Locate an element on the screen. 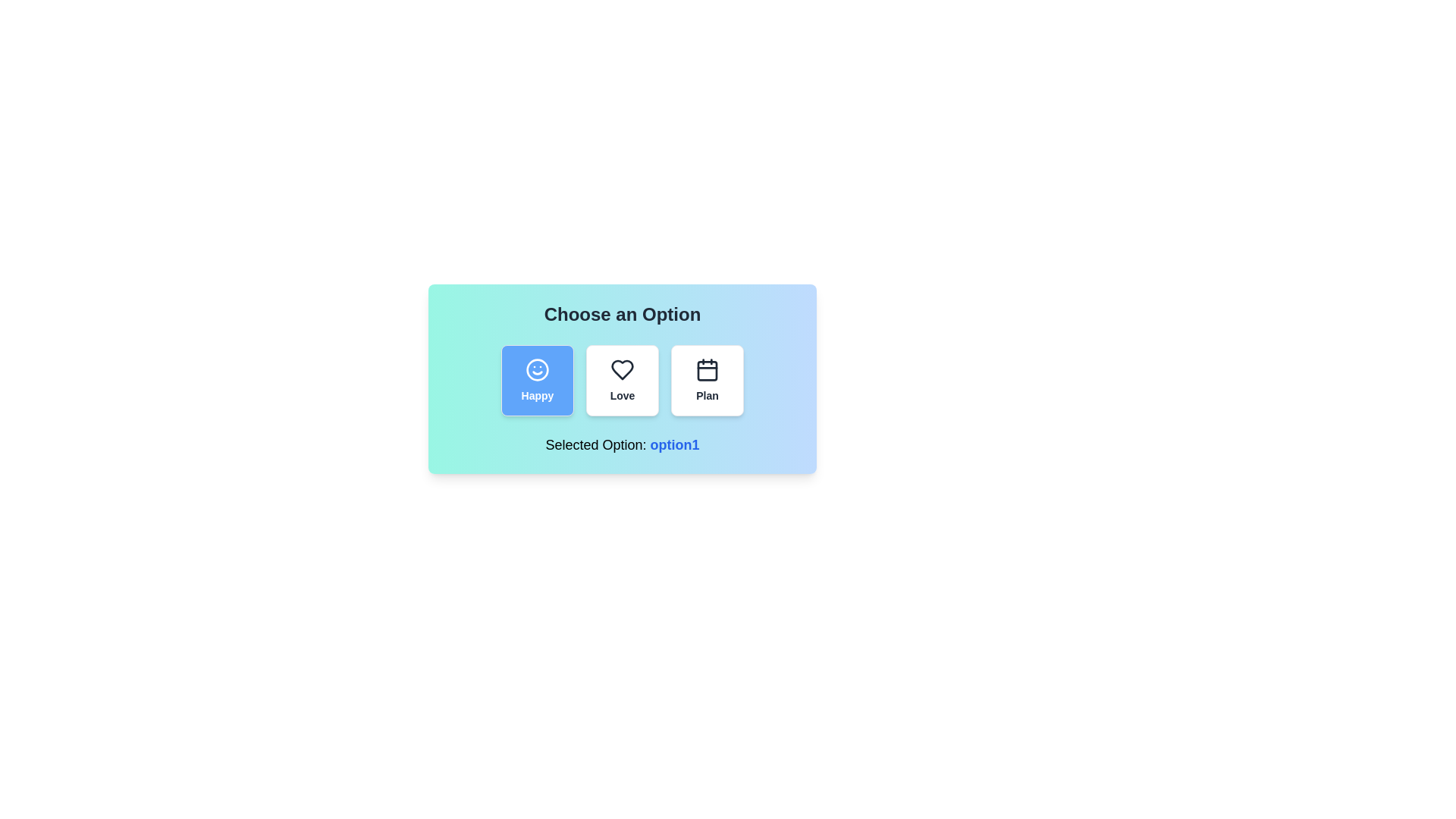 The width and height of the screenshot is (1456, 819). the Decorative Circle Graphic that is part of the 'Happy' option in a row of three options labeled 'Happy,' 'Love,' and 'Plan.' is located at coordinates (538, 370).